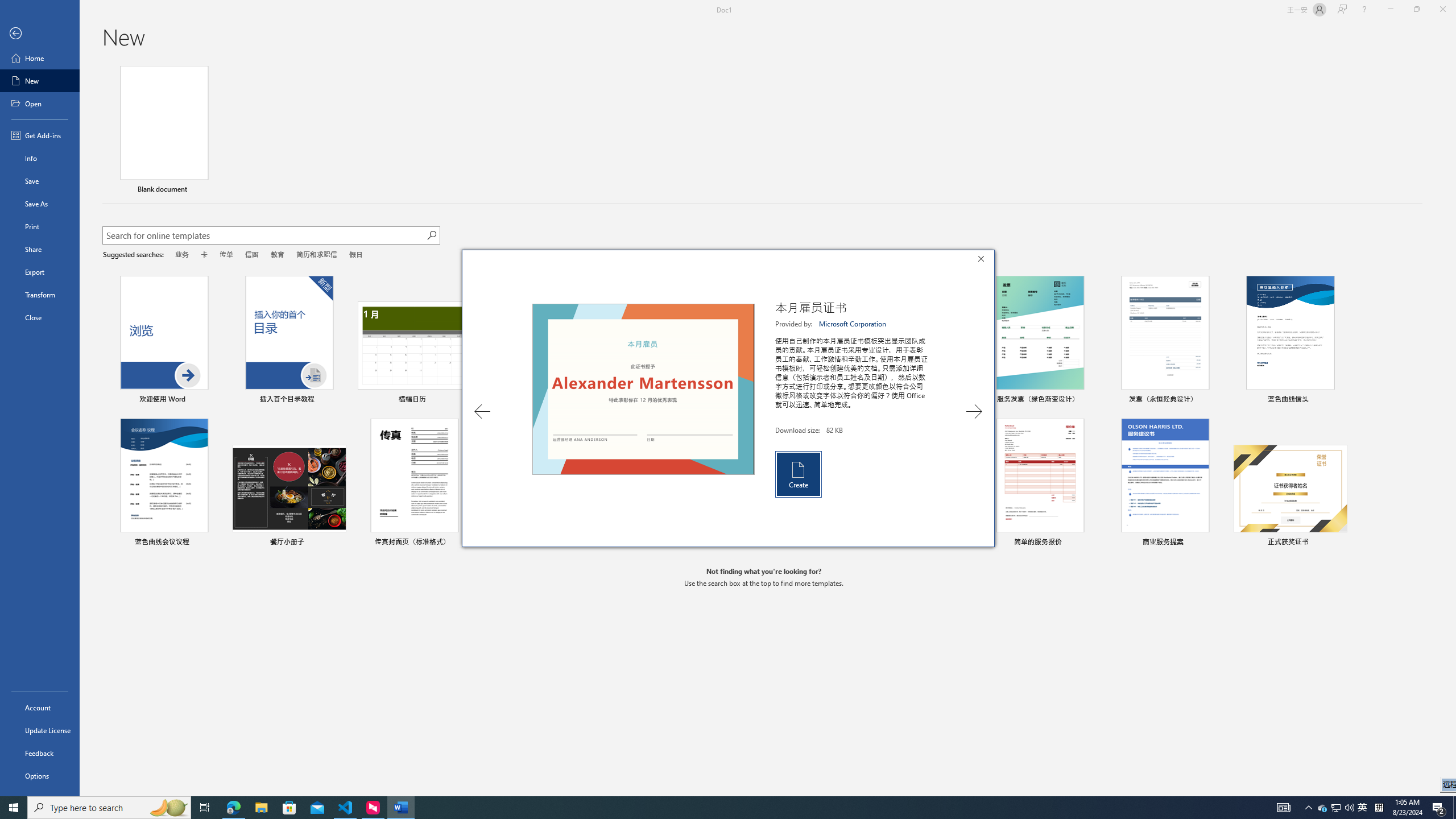 The image size is (1456, 819). What do you see at coordinates (1379, 806) in the screenshot?
I see `'Tray Input Indicator - Chinese (Simplified, China)'` at bounding box center [1379, 806].